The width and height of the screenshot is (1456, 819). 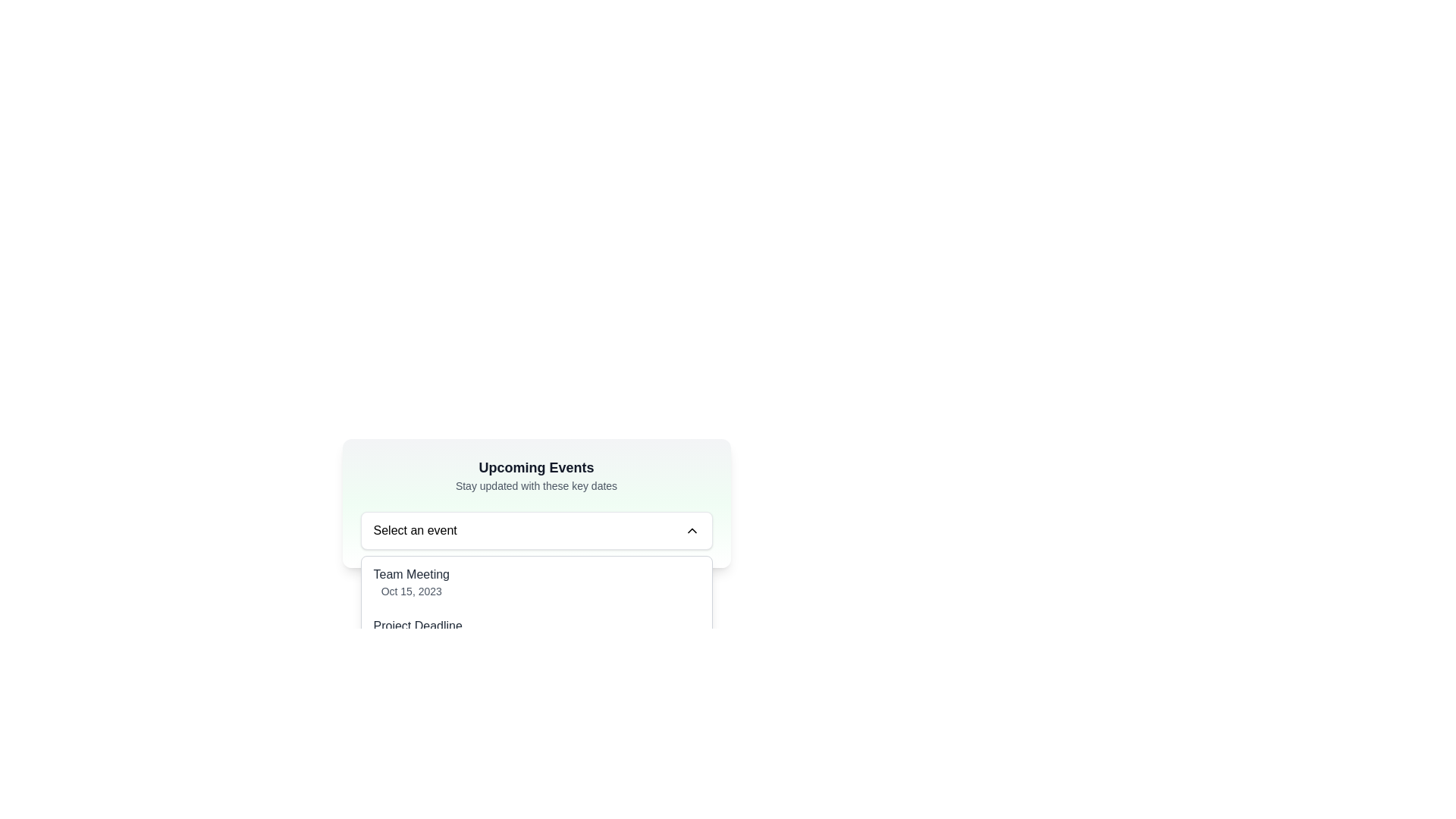 What do you see at coordinates (536, 634) in the screenshot?
I see `the 'Project Deadline' item in the dropdown menu` at bounding box center [536, 634].